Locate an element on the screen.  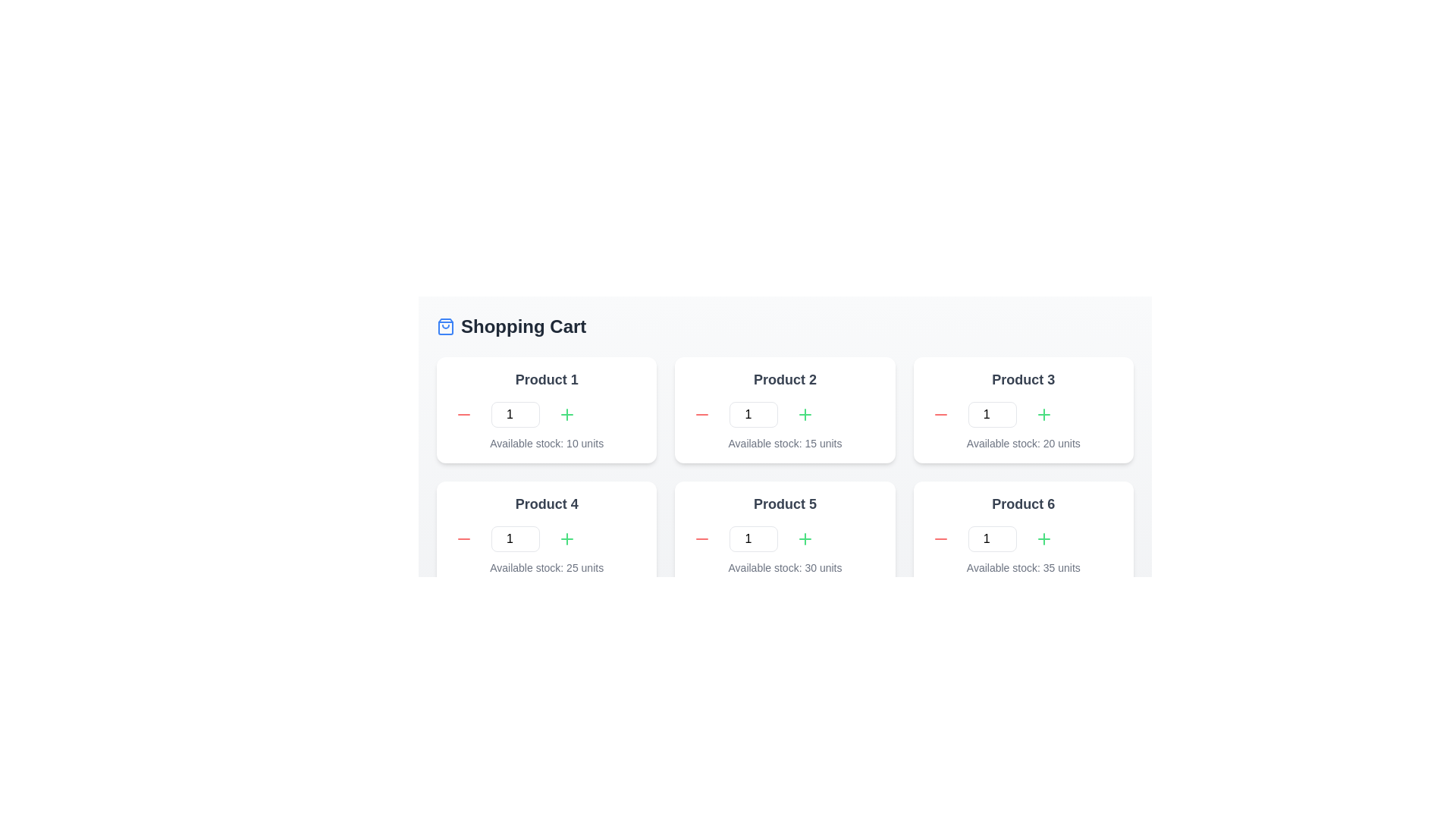
the increment button located to the immediate right of the quantity input box in the fourth product card is located at coordinates (566, 538).